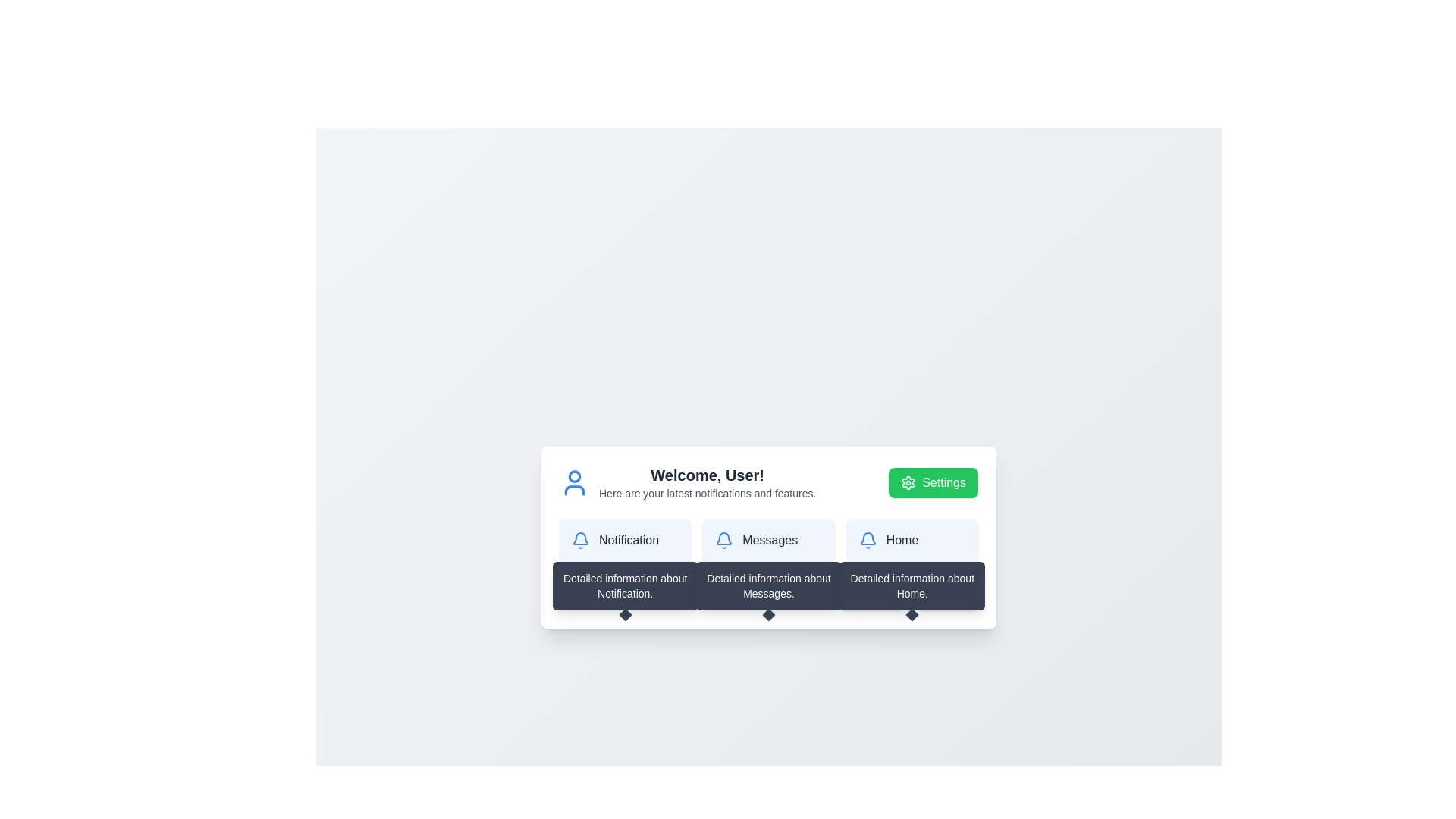  I want to click on the 'Logout' button with a red background and white text, so click(946, 595).